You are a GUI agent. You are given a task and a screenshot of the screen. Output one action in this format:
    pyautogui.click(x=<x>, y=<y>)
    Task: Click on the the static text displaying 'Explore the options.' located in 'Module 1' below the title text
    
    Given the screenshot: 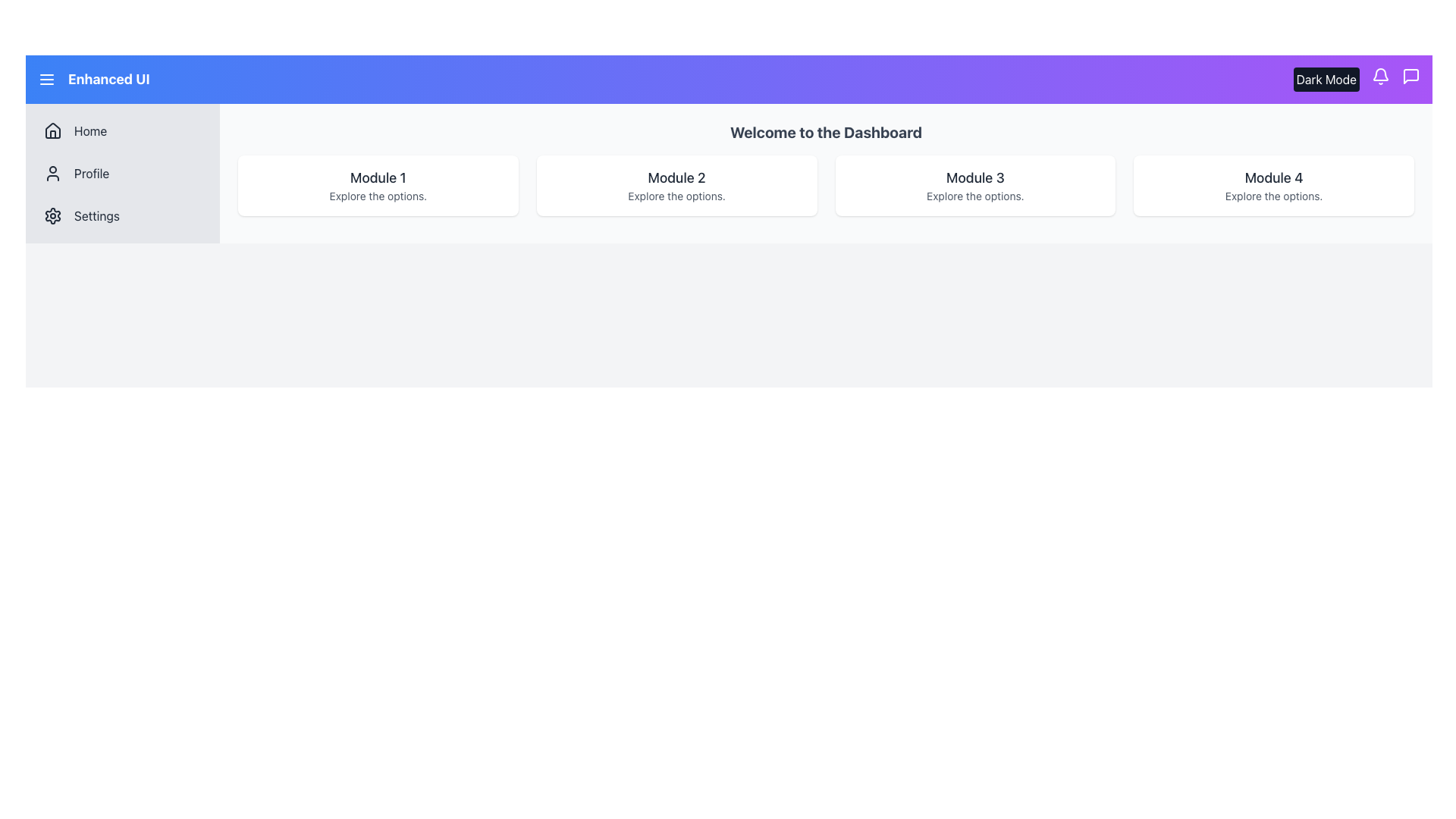 What is the action you would take?
    pyautogui.click(x=378, y=195)
    